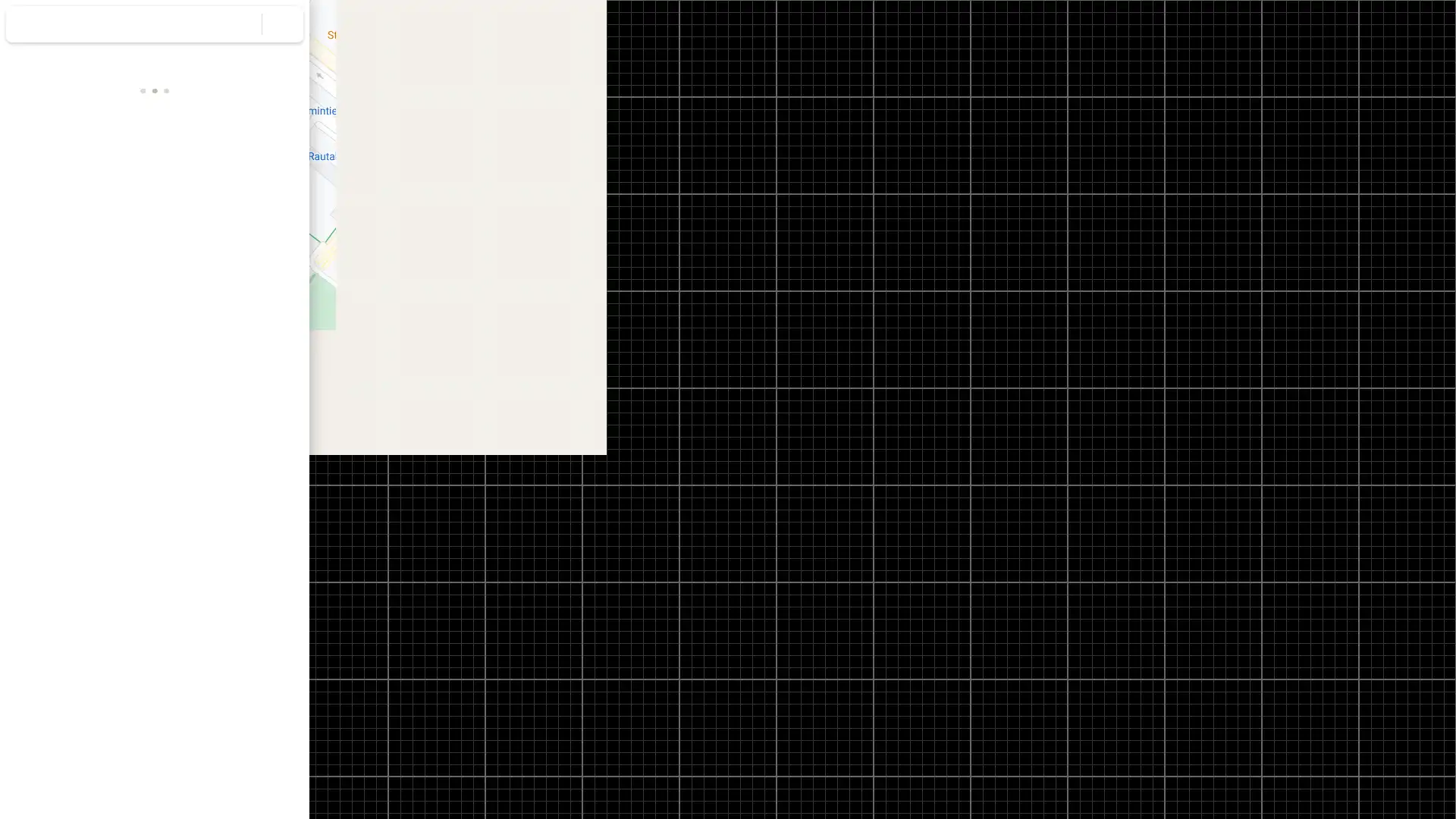 The width and height of the screenshot is (1456, 819). I want to click on Copy address, so click(281, 331).